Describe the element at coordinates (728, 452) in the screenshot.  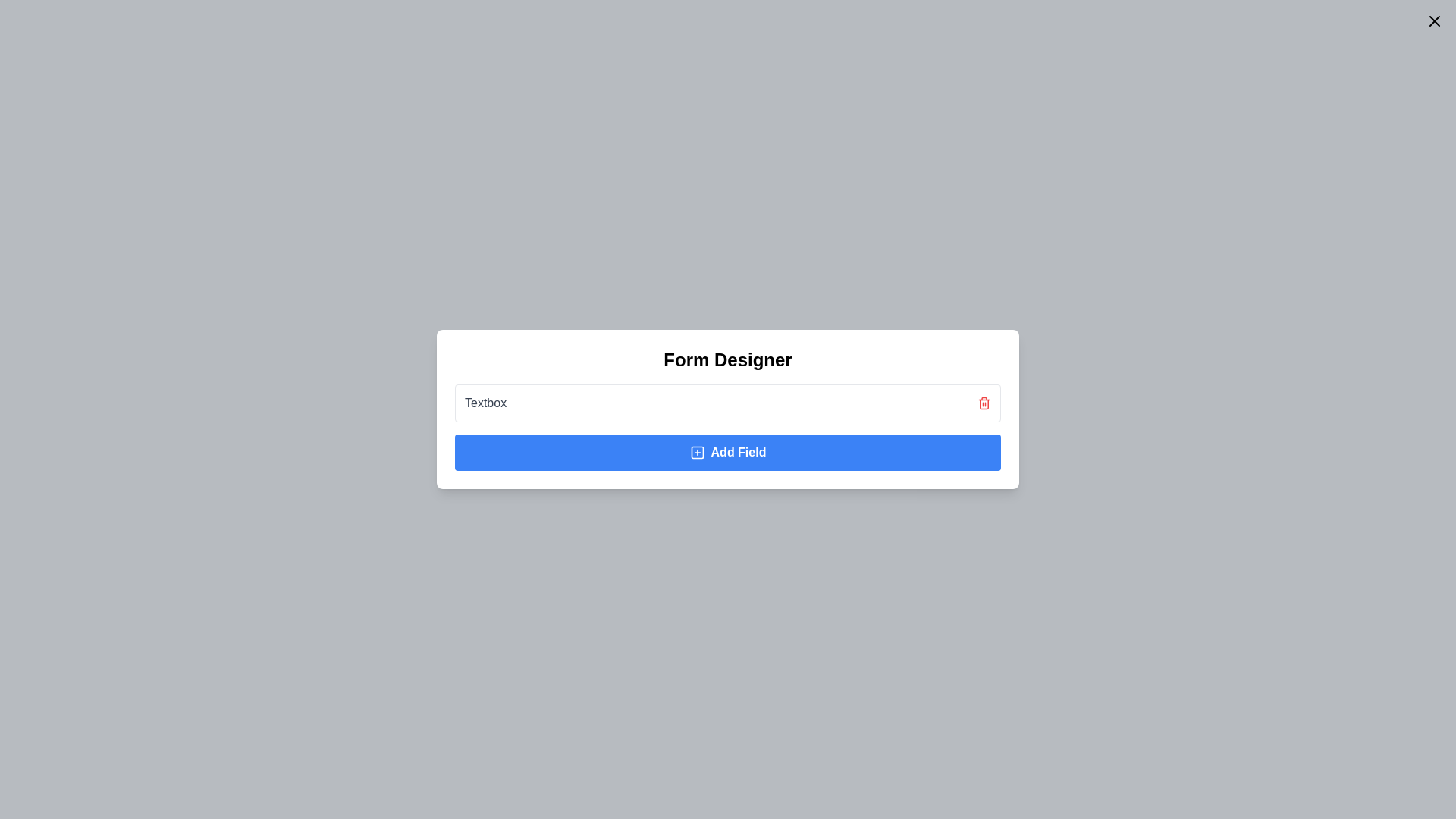
I see `the rectangular button with a blue background labeled 'Add Field'` at that location.